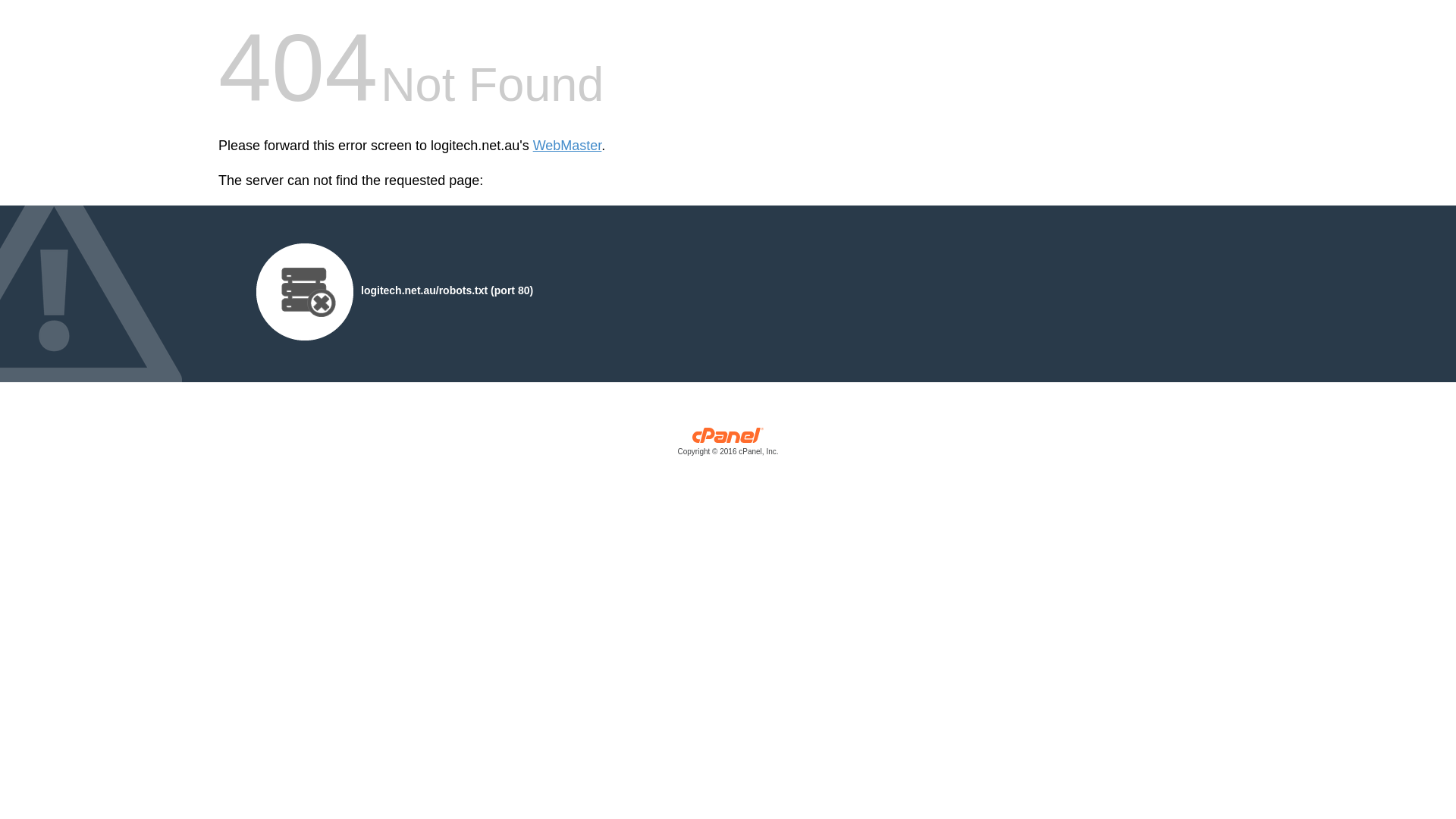  What do you see at coordinates (566, 146) in the screenshot?
I see `'WebMaster'` at bounding box center [566, 146].